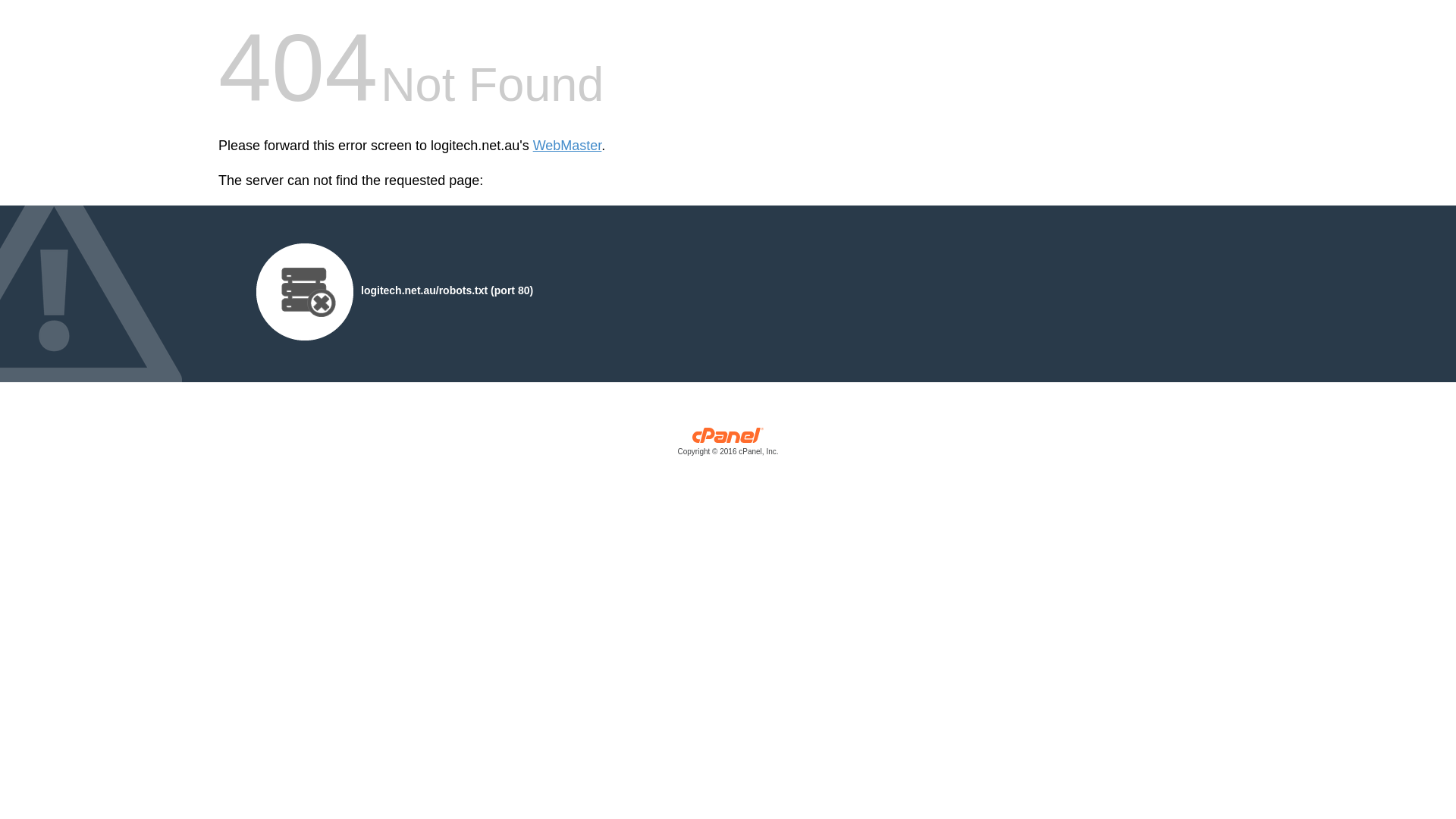  What do you see at coordinates (566, 146) in the screenshot?
I see `'WebMaster'` at bounding box center [566, 146].